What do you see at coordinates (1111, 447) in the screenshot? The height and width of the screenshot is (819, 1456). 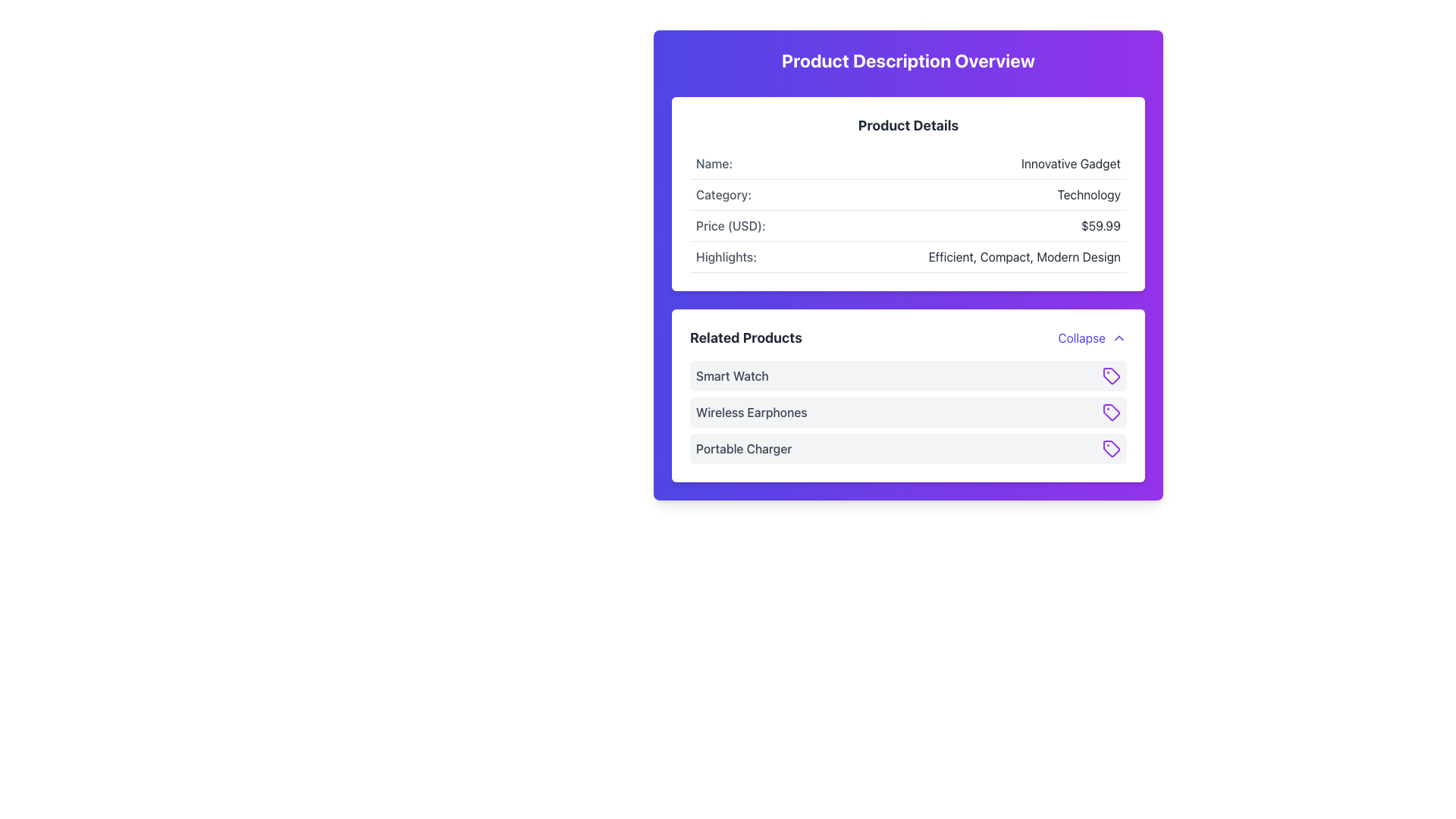 I see `the purple tag icon located on the far right side of the 'Portable Charger' row, which has a circular hole near its top-left corner` at bounding box center [1111, 447].